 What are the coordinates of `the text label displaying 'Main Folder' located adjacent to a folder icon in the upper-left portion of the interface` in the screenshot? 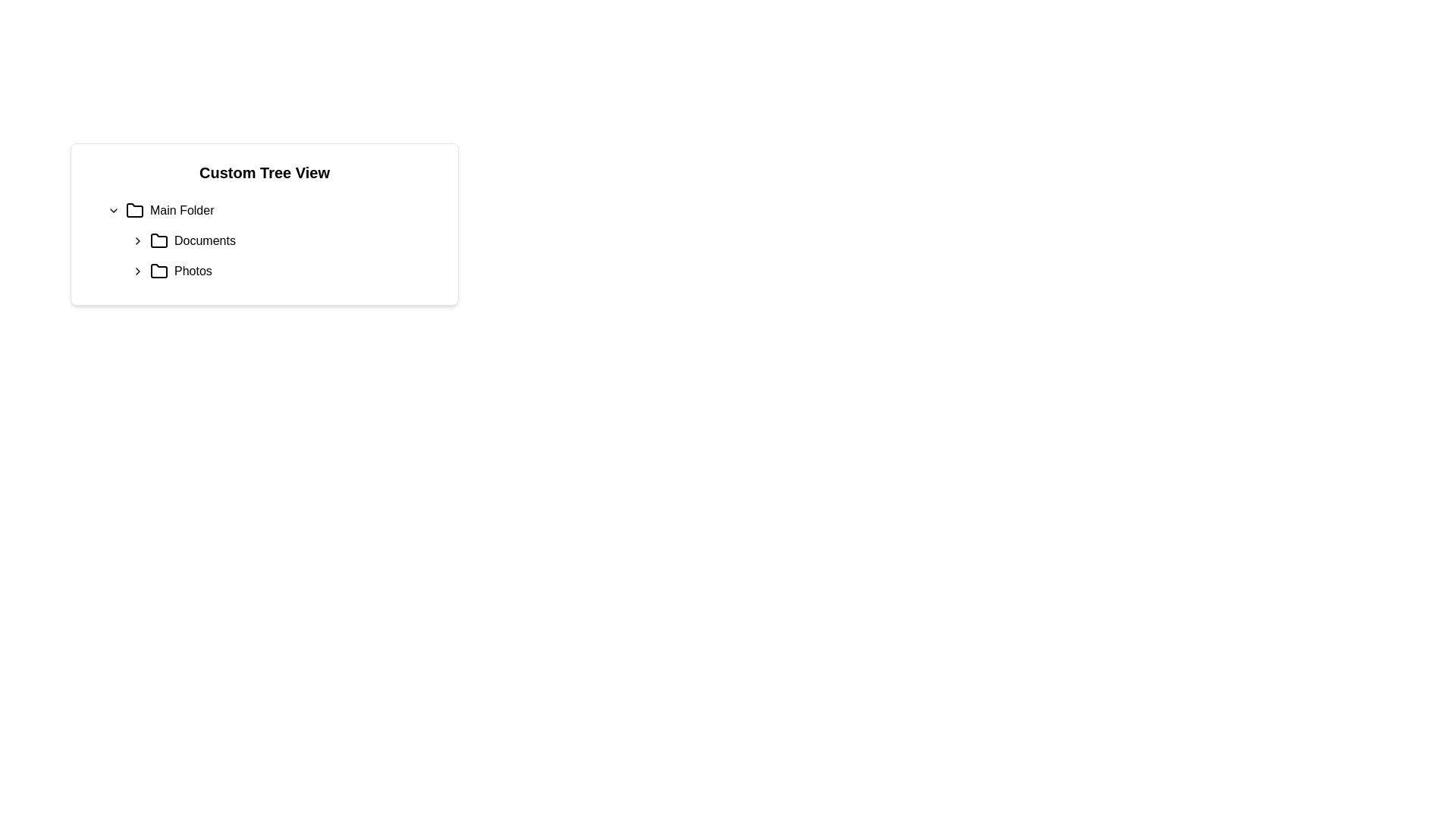 It's located at (182, 210).